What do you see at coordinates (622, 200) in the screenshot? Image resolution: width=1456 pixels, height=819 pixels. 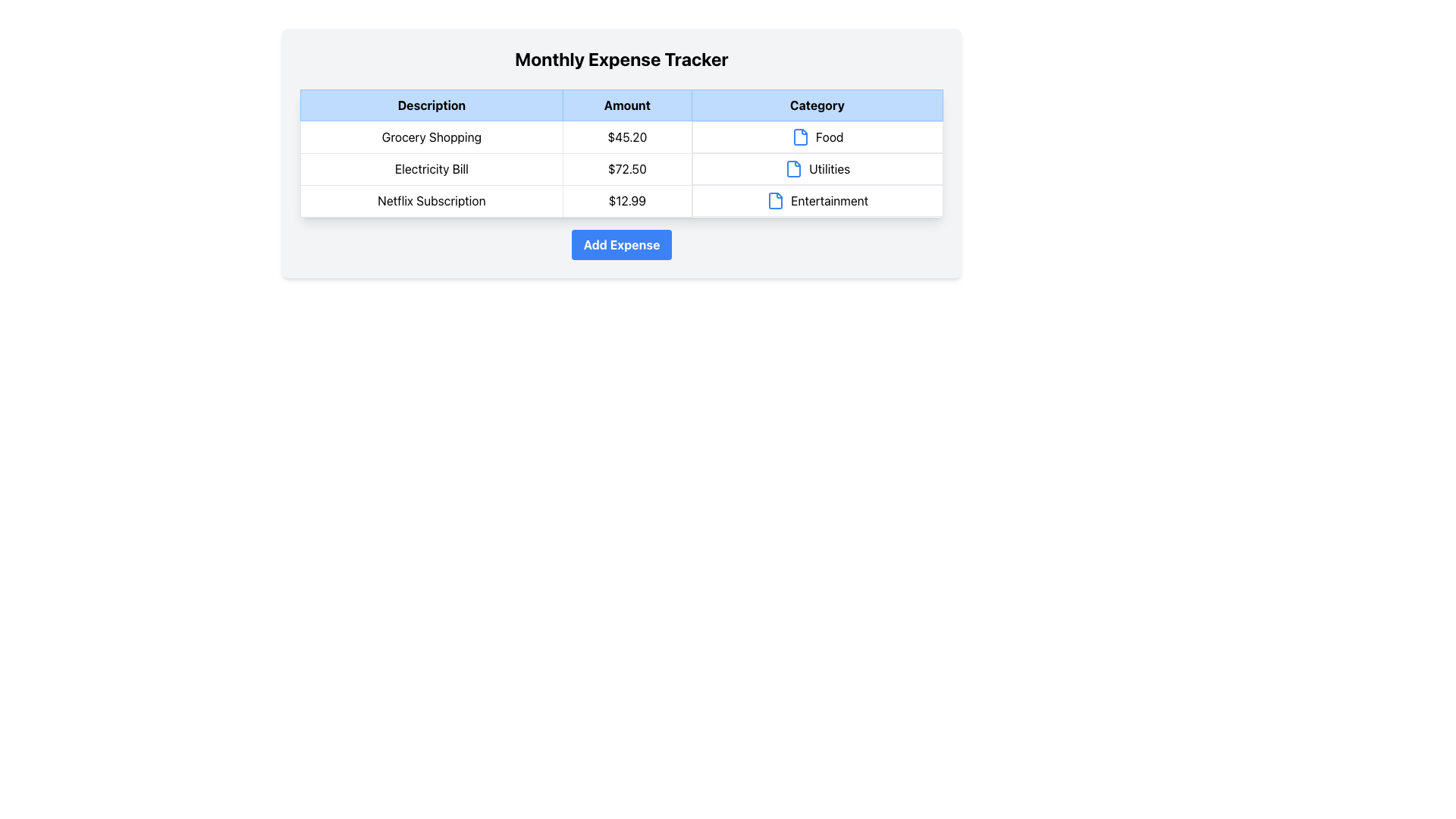 I see `the third row in the table of the 'Monthly Expense Tracker' application, which displays an expense entry including the name, cost, and category` at bounding box center [622, 200].